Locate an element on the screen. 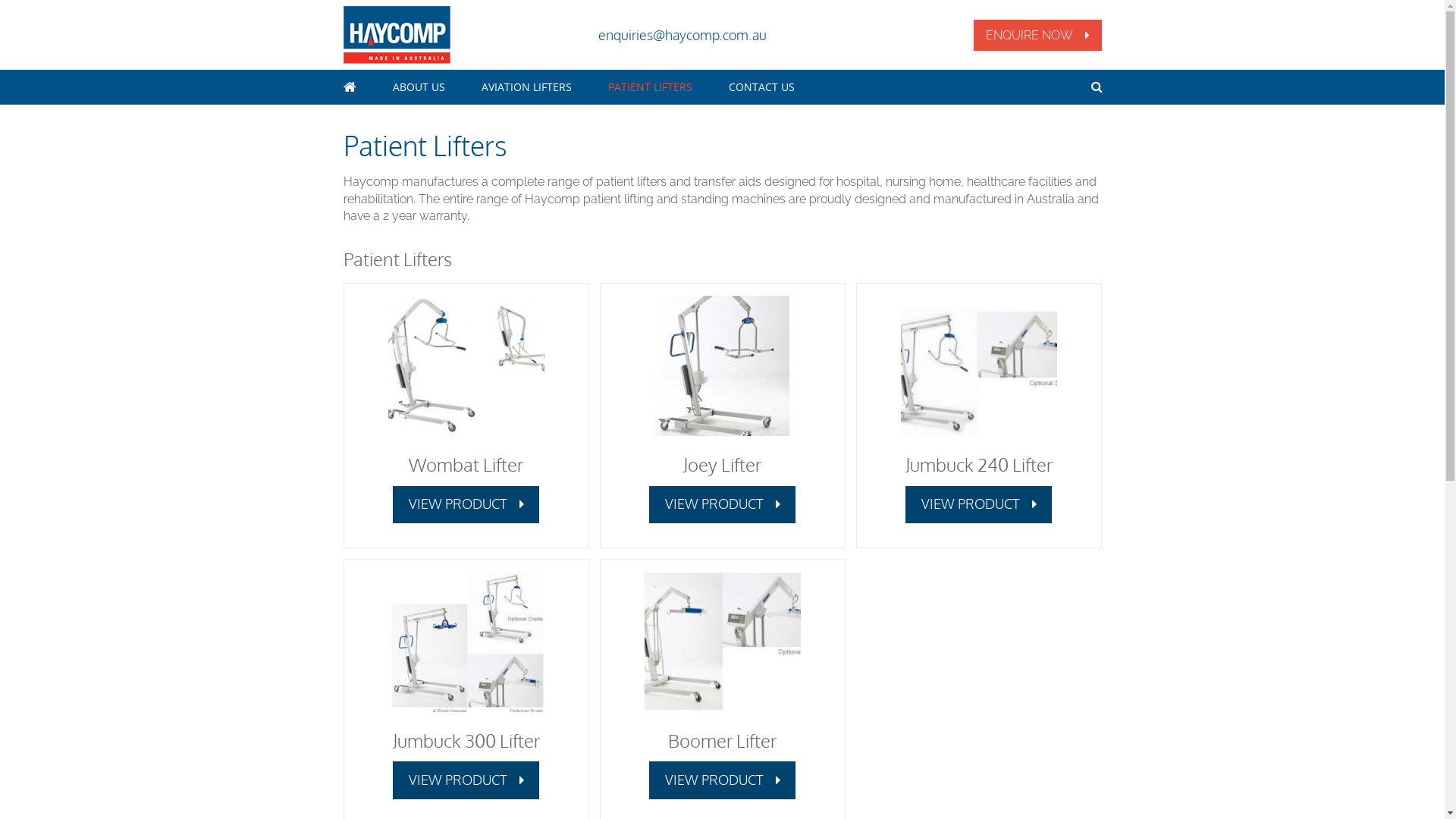 The height and width of the screenshot is (819, 1456). 'ABOUT US' is located at coordinates (419, 87).